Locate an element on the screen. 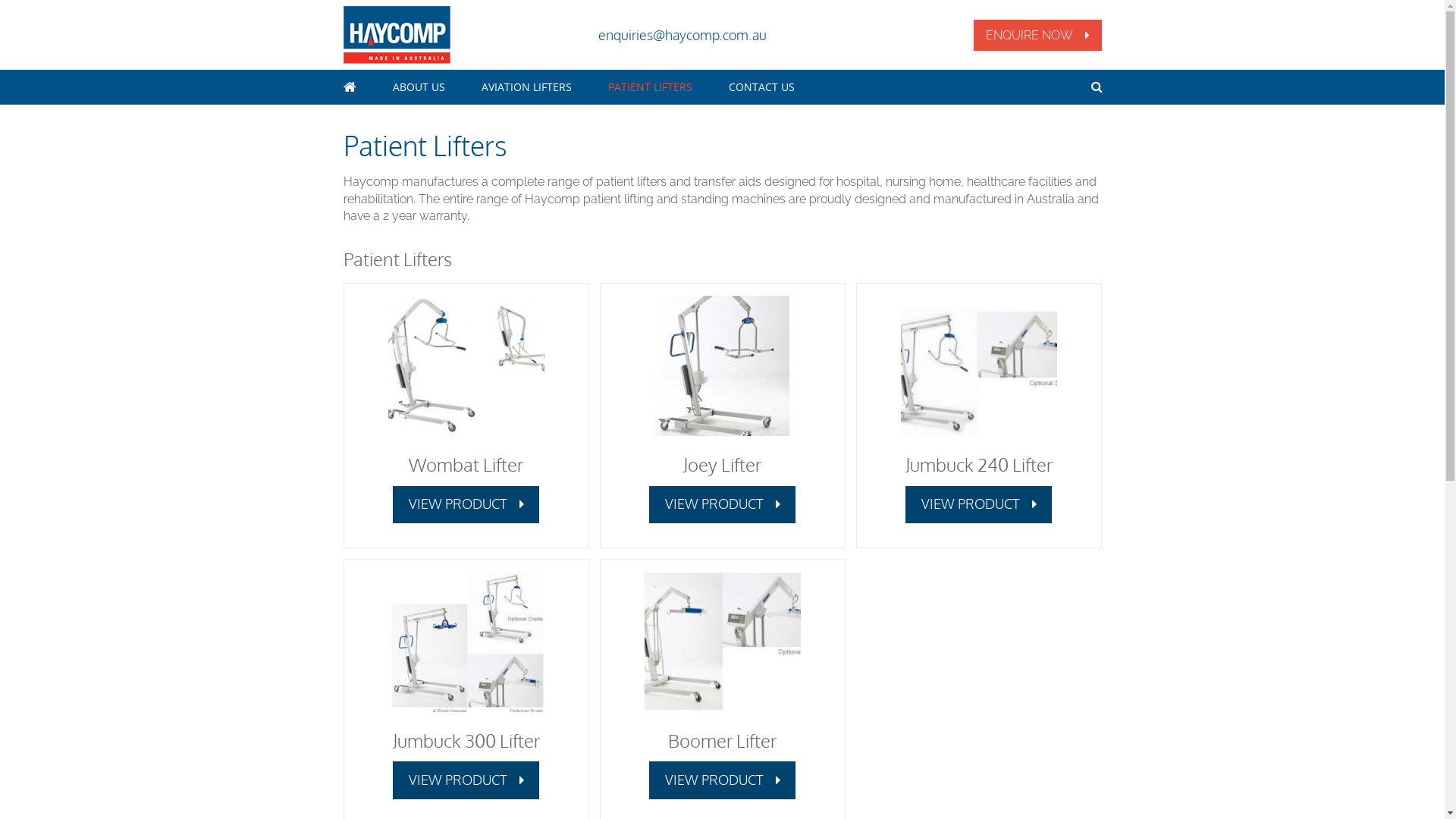 The height and width of the screenshot is (819, 1456). 'ABOUT US' is located at coordinates (419, 87).